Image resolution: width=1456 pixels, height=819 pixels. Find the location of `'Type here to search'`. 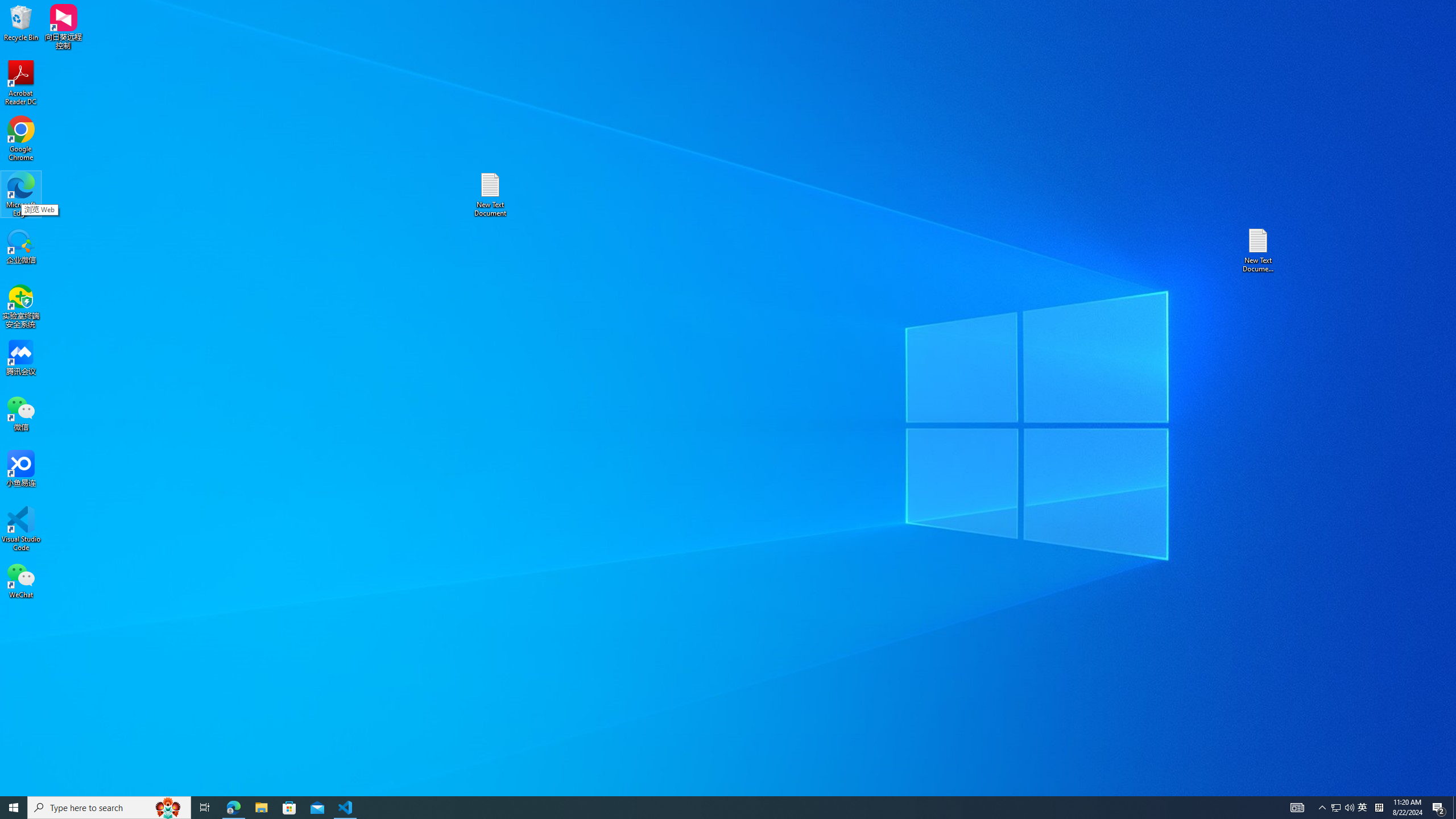

'Type here to search' is located at coordinates (109, 806).